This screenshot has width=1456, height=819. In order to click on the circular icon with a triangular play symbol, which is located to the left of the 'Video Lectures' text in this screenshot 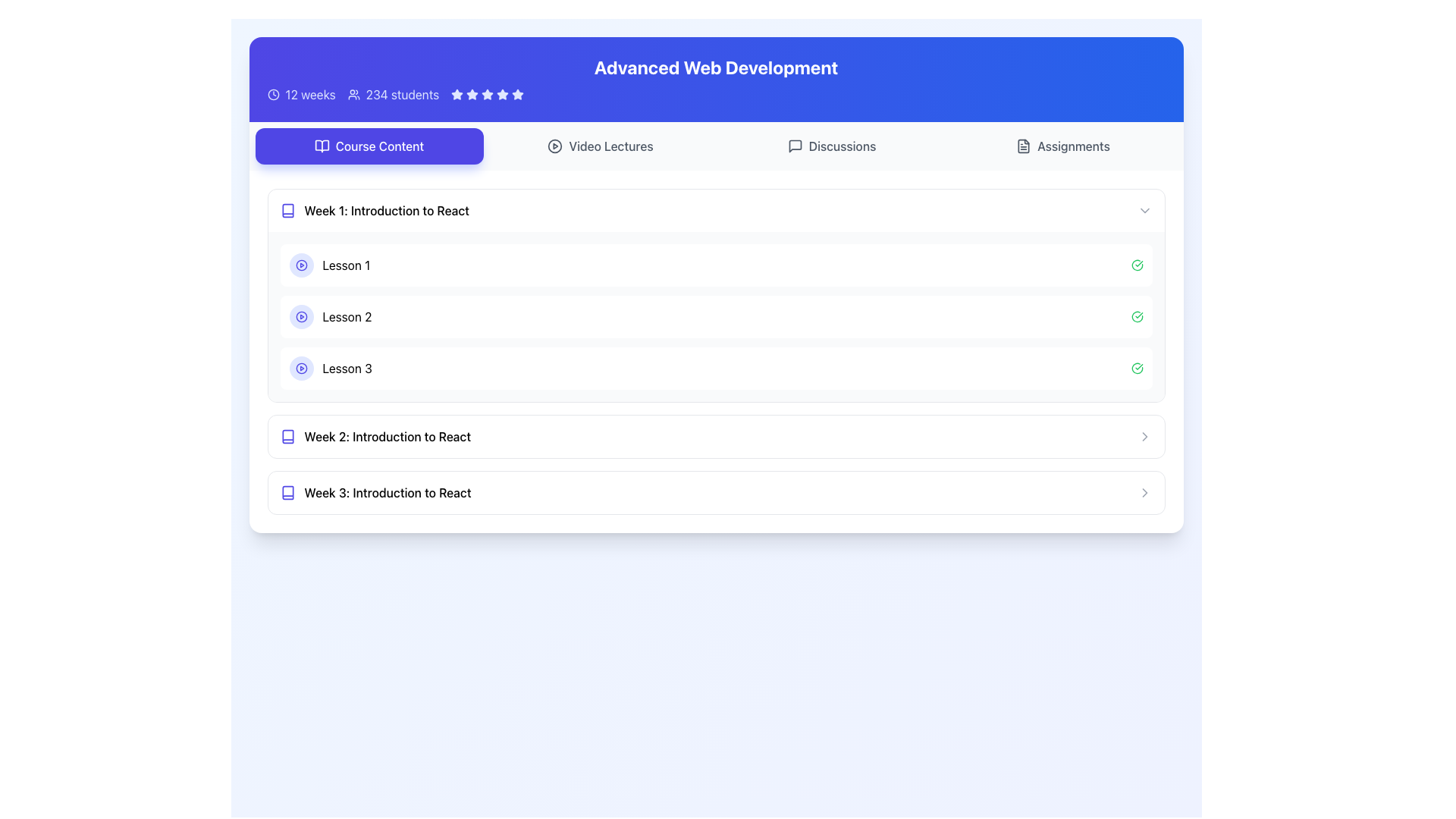, I will do `click(554, 146)`.